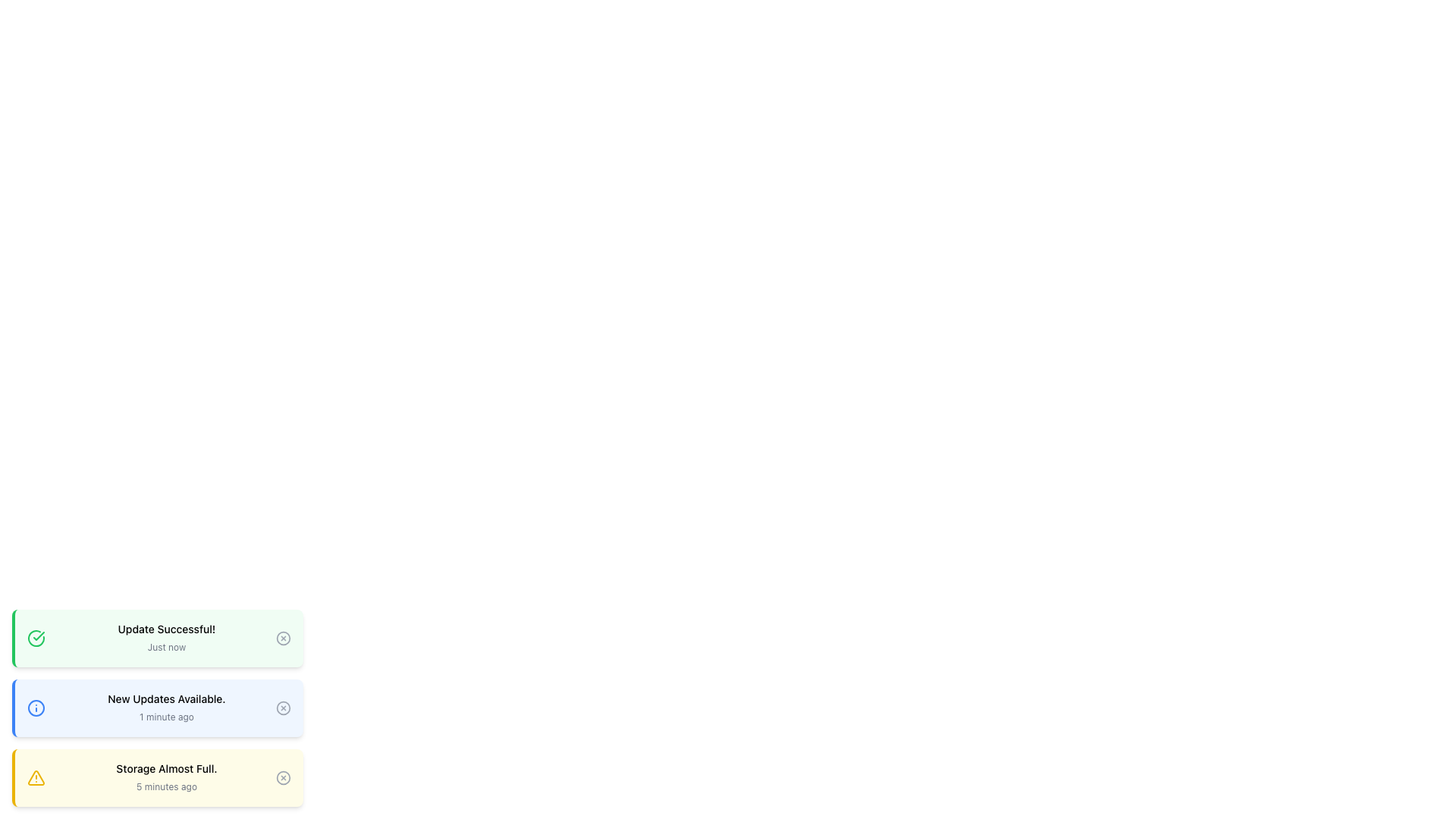 The height and width of the screenshot is (819, 1456). What do you see at coordinates (36, 778) in the screenshot?
I see `the equilateral triangle warning icon with a bold yellow outline, located inside the notification card at the bottom of the vertical stack, which has a light yellow background and the text 'Storage Almost Full.'` at bounding box center [36, 778].